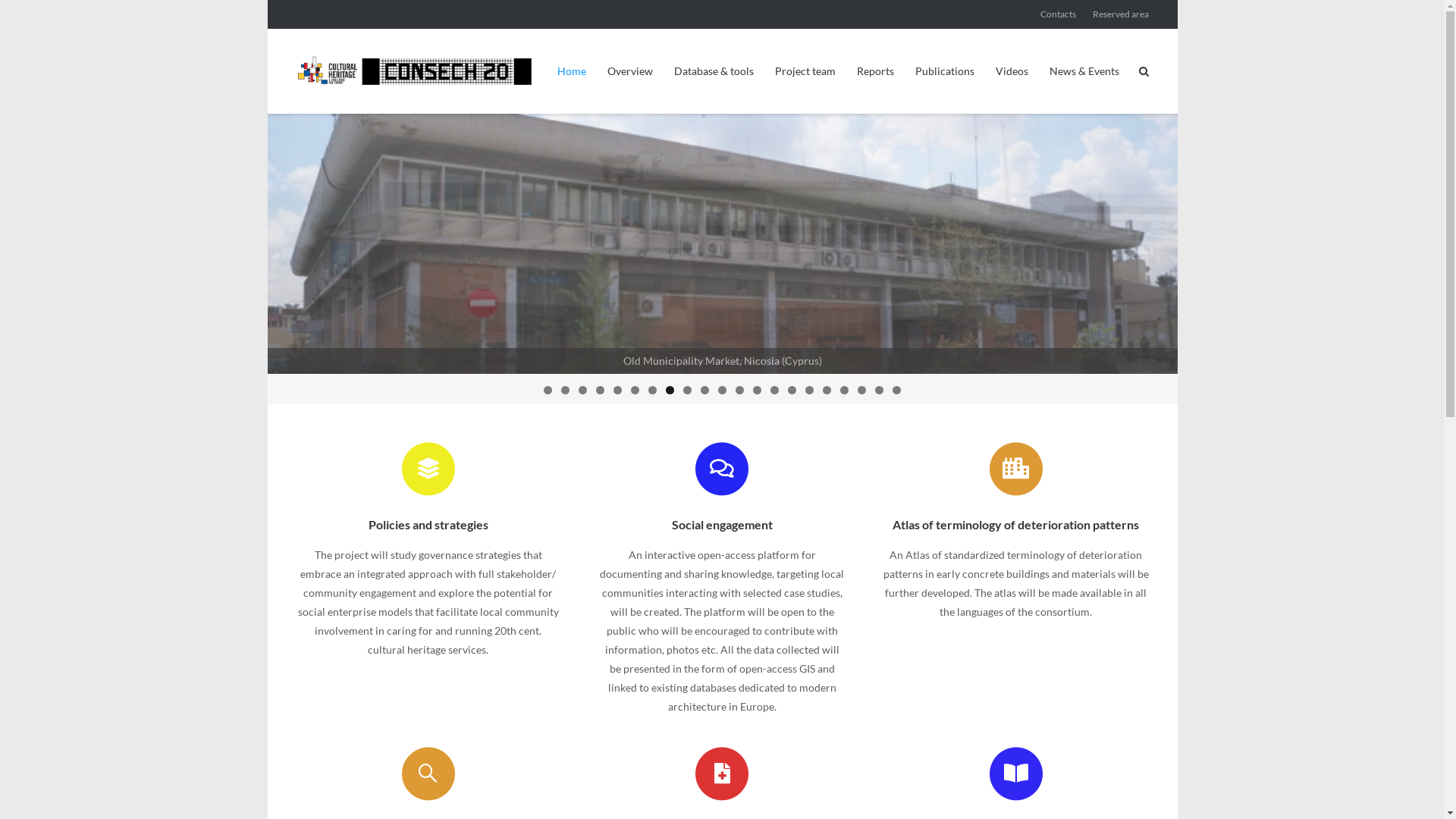 Image resolution: width=1456 pixels, height=819 pixels. I want to click on '14', so click(774, 389).